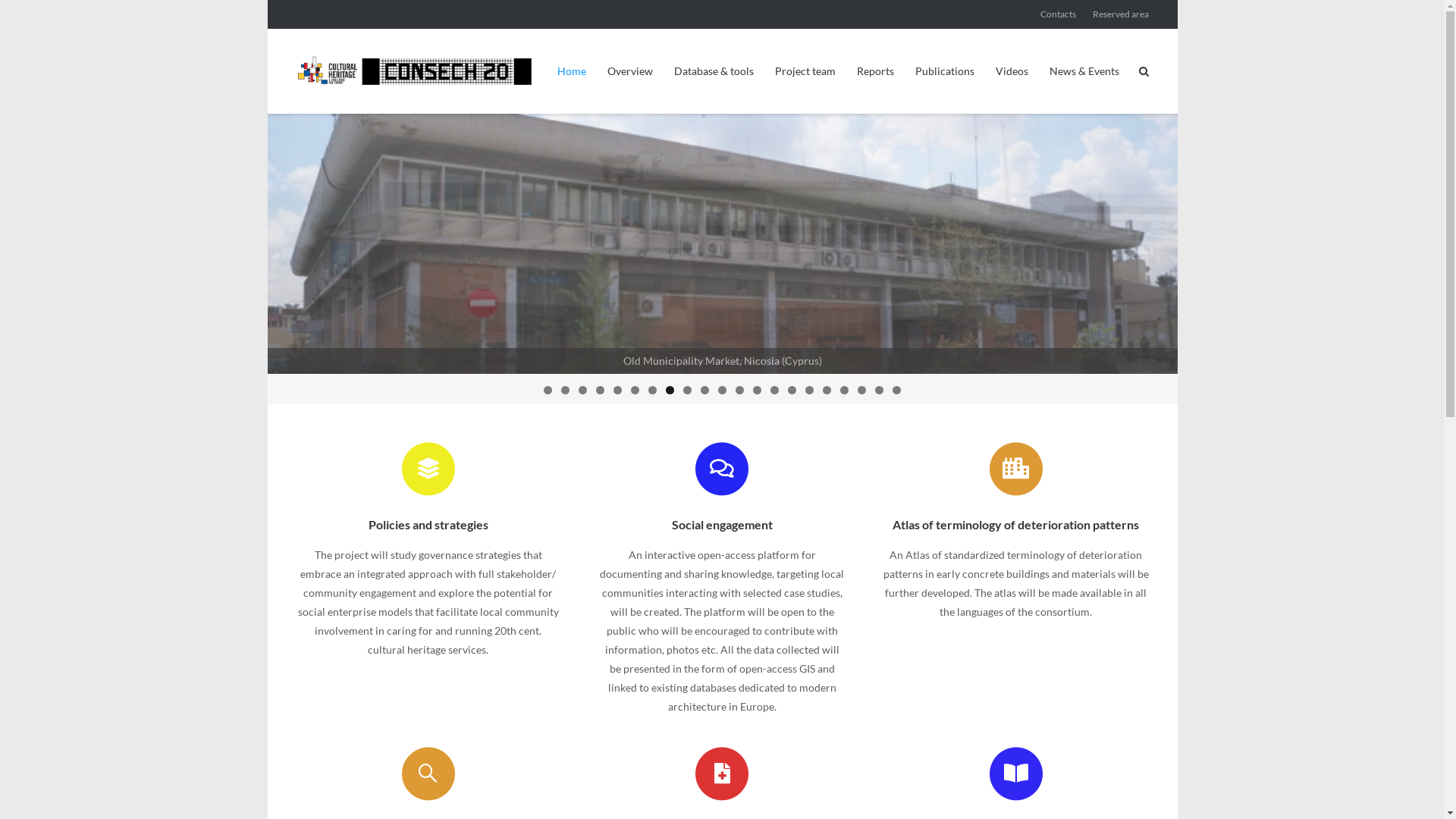 Image resolution: width=1456 pixels, height=819 pixels. I want to click on '14', so click(774, 389).